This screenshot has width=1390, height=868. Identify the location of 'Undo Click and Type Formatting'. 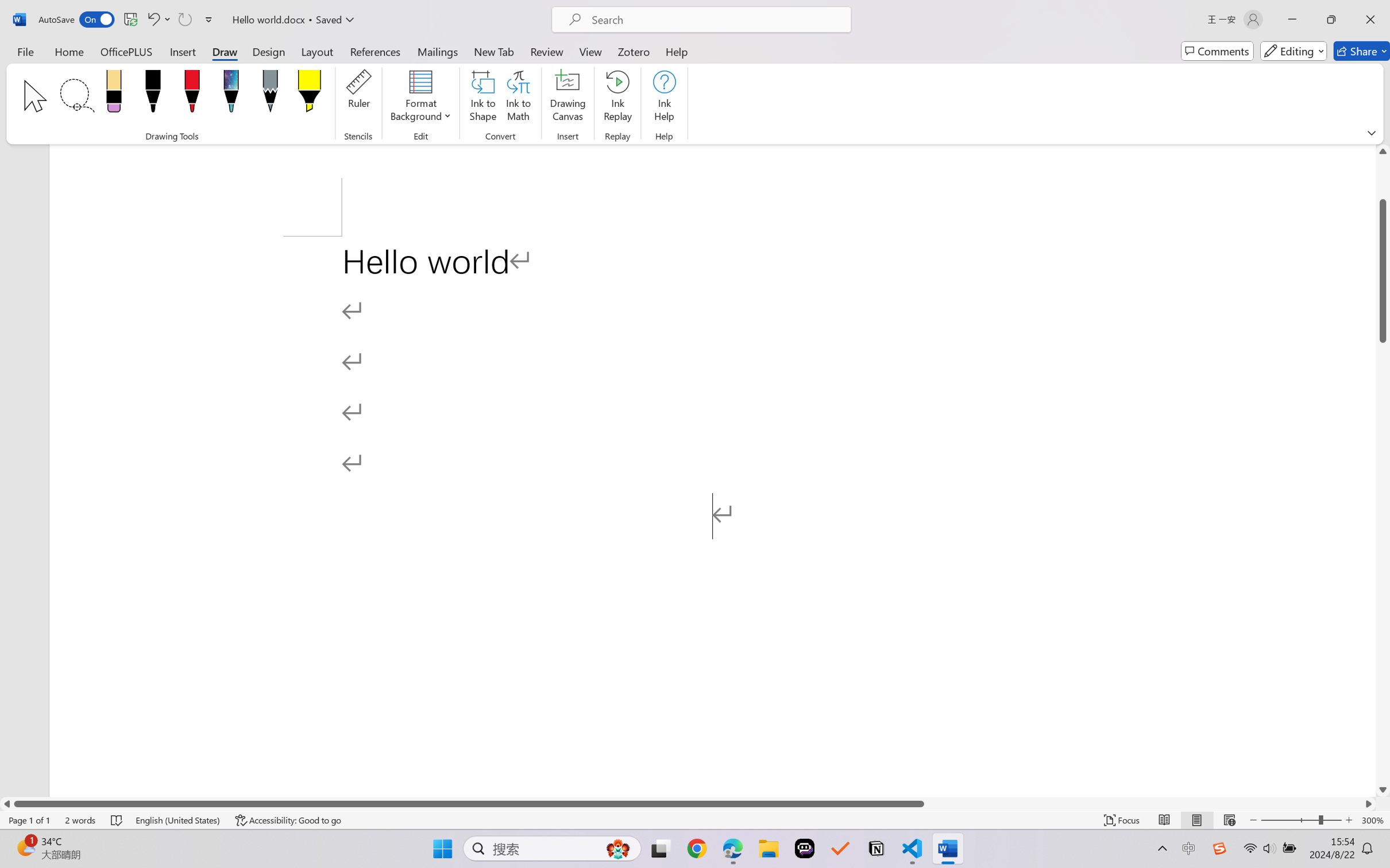
(157, 19).